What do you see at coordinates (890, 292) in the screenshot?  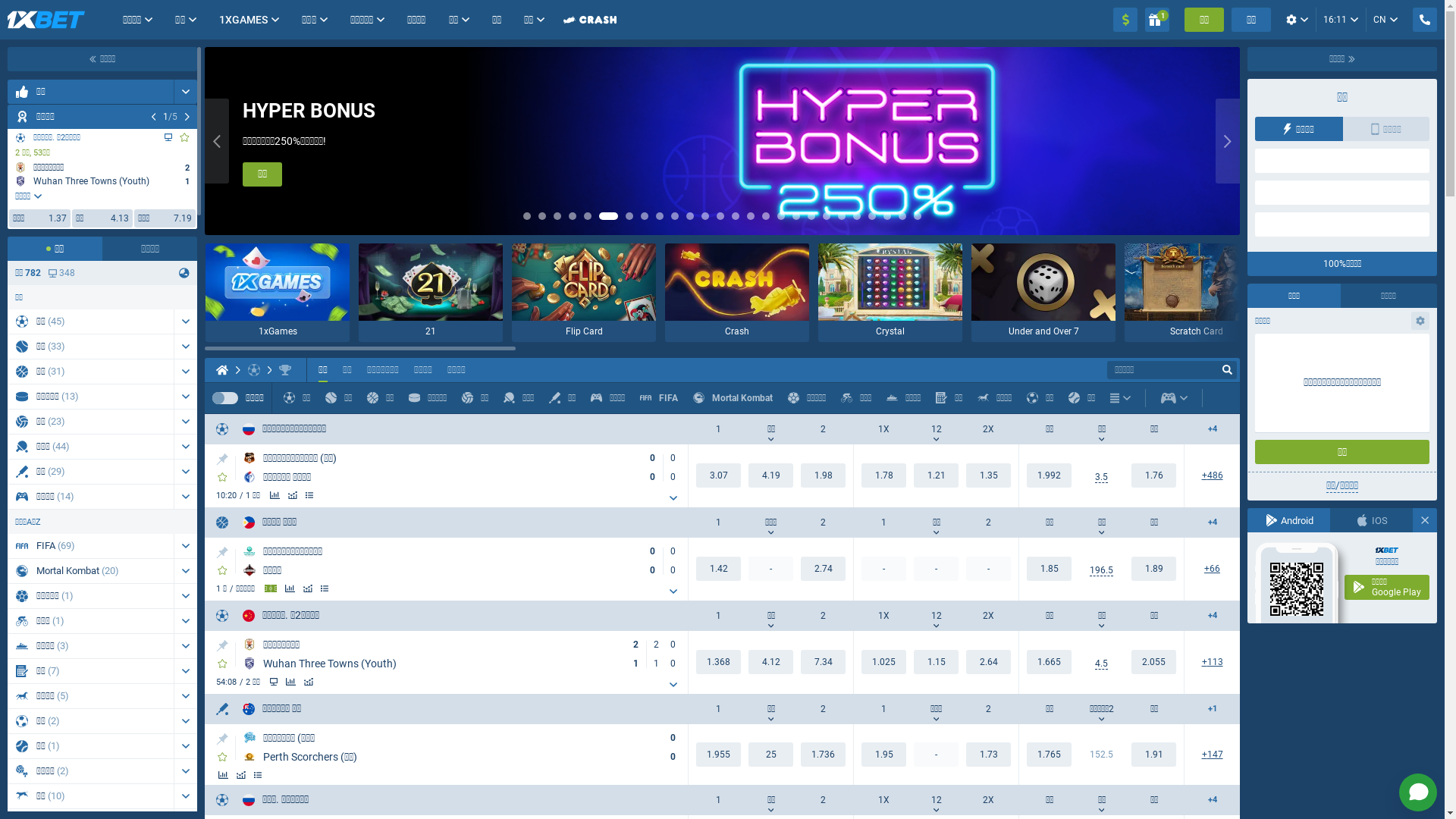 I see `'Crystal'` at bounding box center [890, 292].